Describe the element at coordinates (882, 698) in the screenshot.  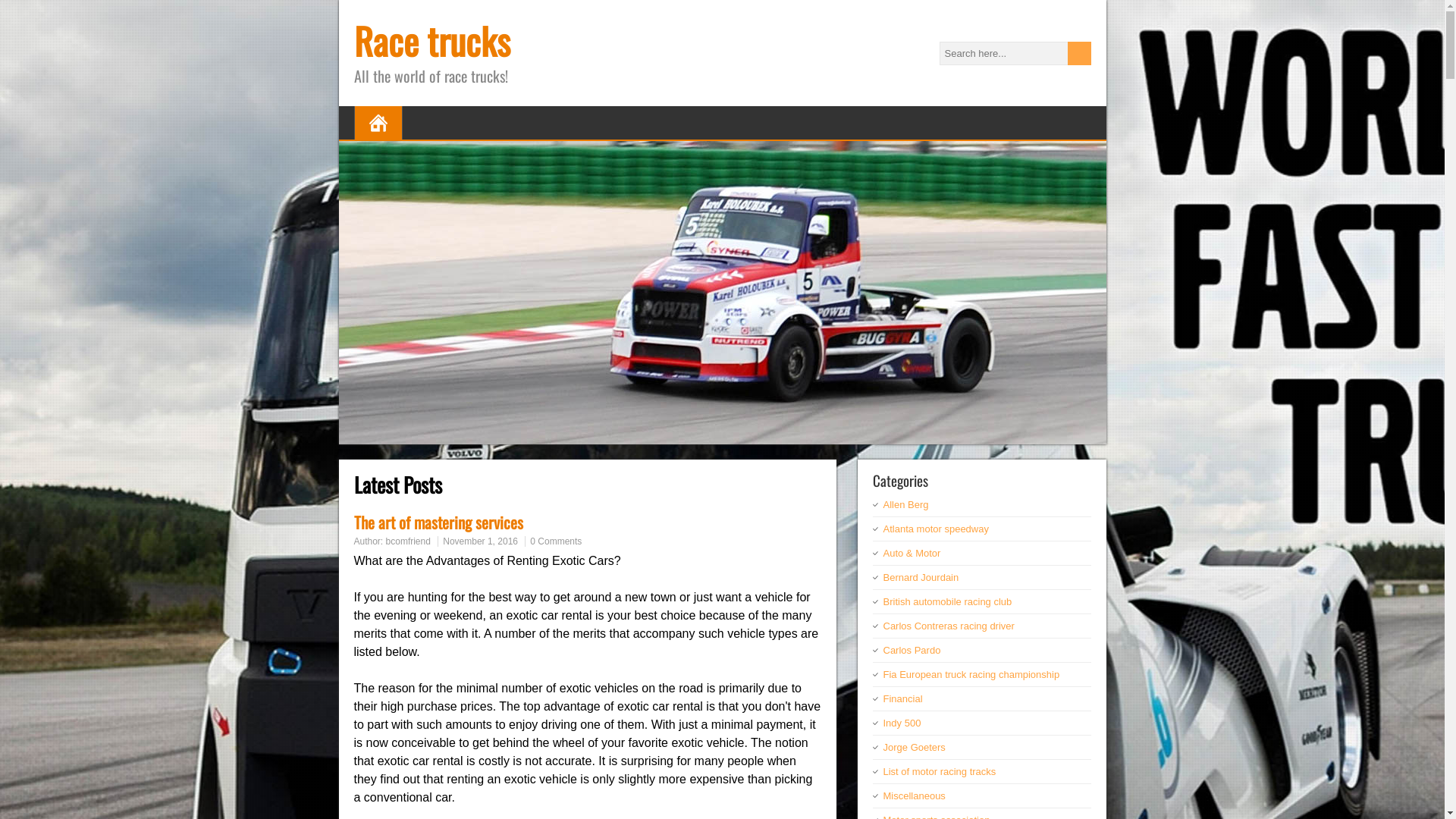
I see `'Financial'` at that location.